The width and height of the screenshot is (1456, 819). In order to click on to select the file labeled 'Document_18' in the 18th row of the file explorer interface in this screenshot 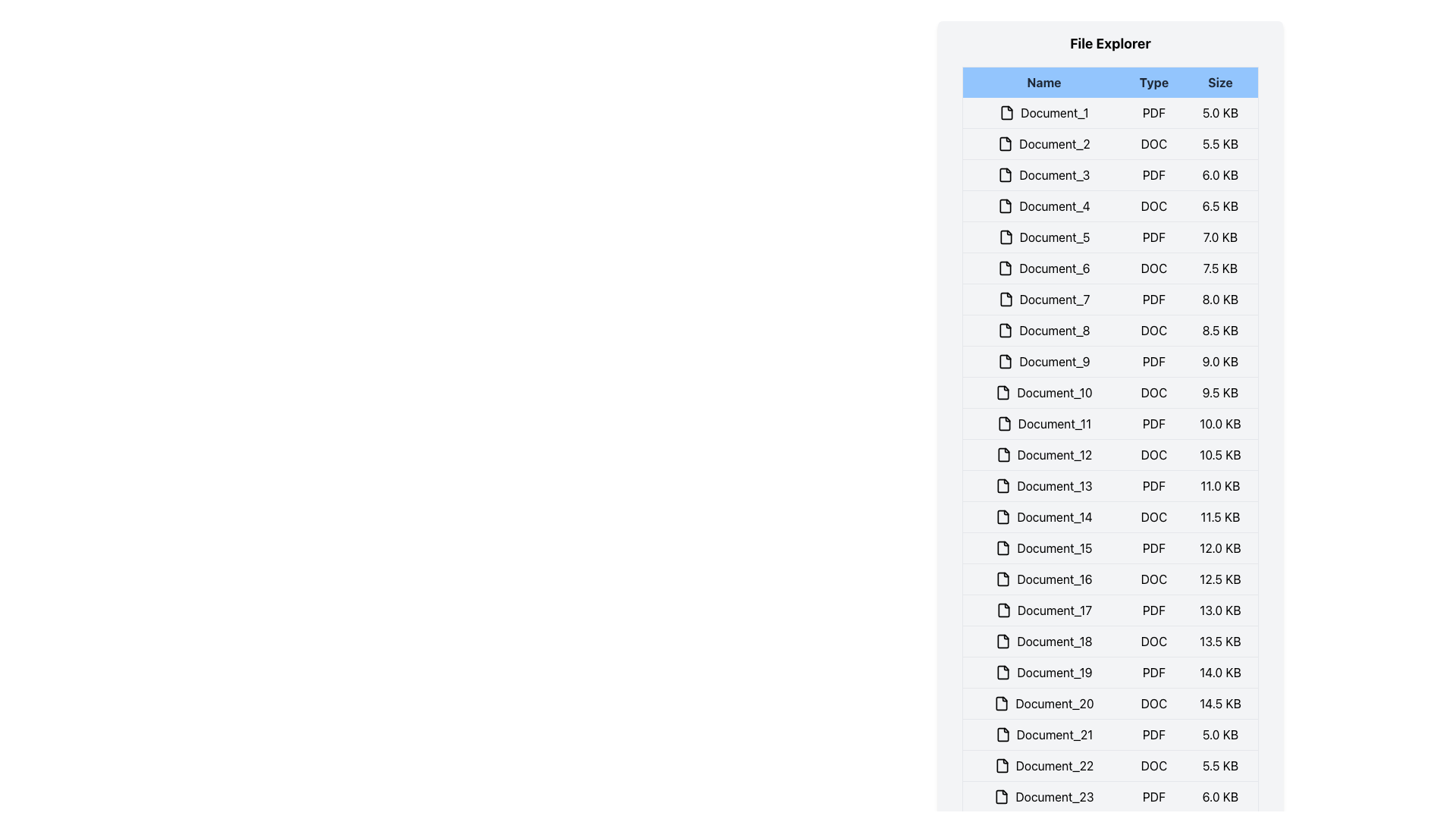, I will do `click(1043, 641)`.